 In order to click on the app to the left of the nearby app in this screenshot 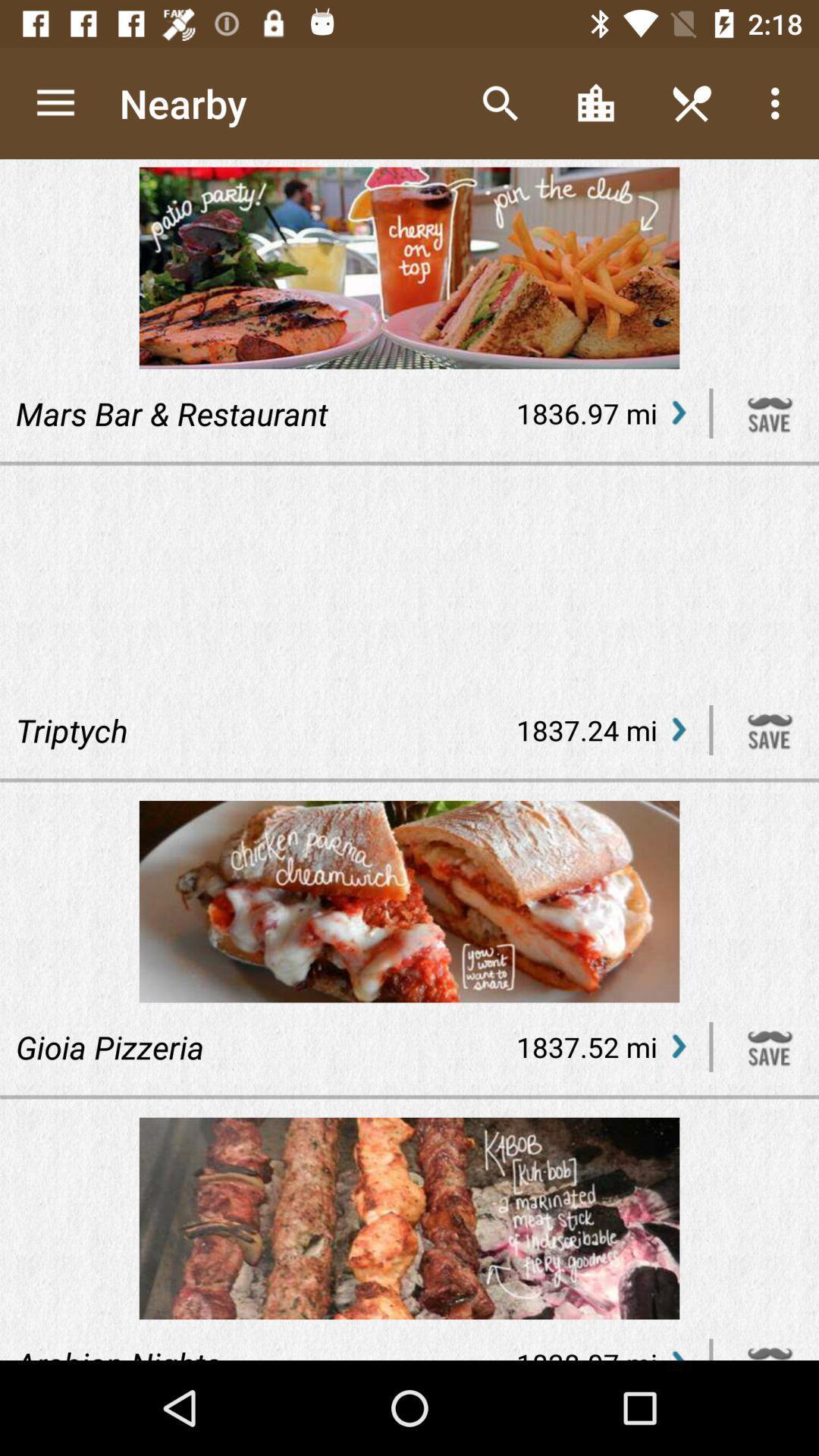, I will do `click(55, 102)`.